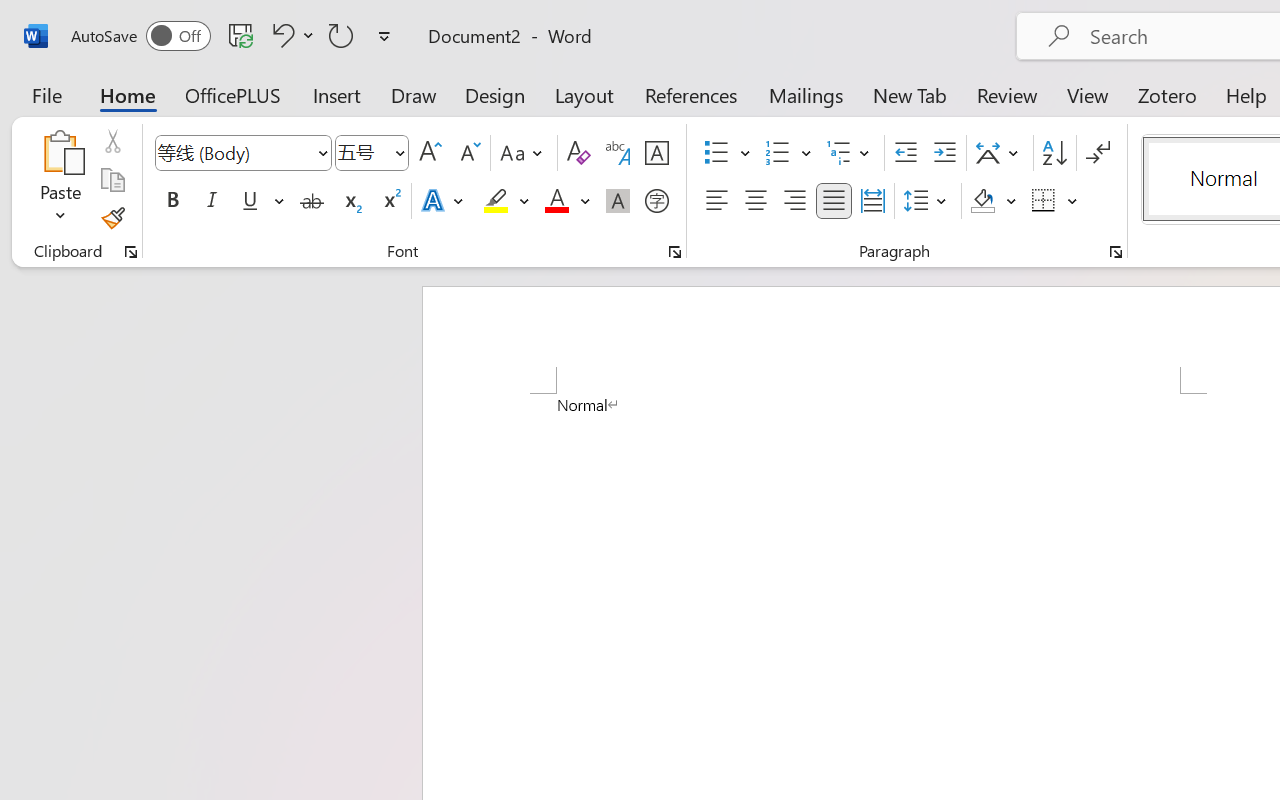  I want to click on 'Font', so click(242, 153).